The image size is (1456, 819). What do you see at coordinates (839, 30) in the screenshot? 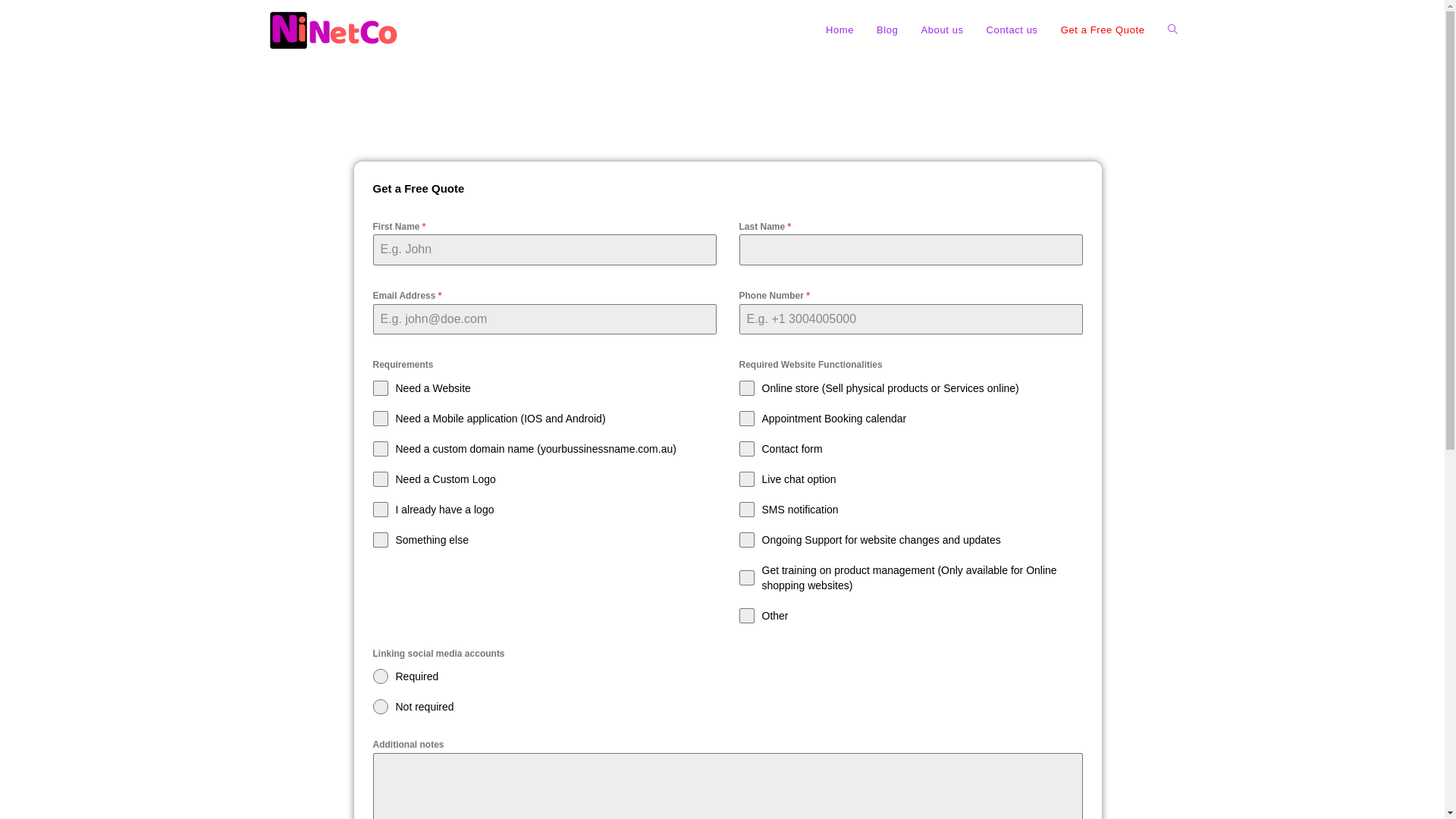
I see `'Home'` at bounding box center [839, 30].